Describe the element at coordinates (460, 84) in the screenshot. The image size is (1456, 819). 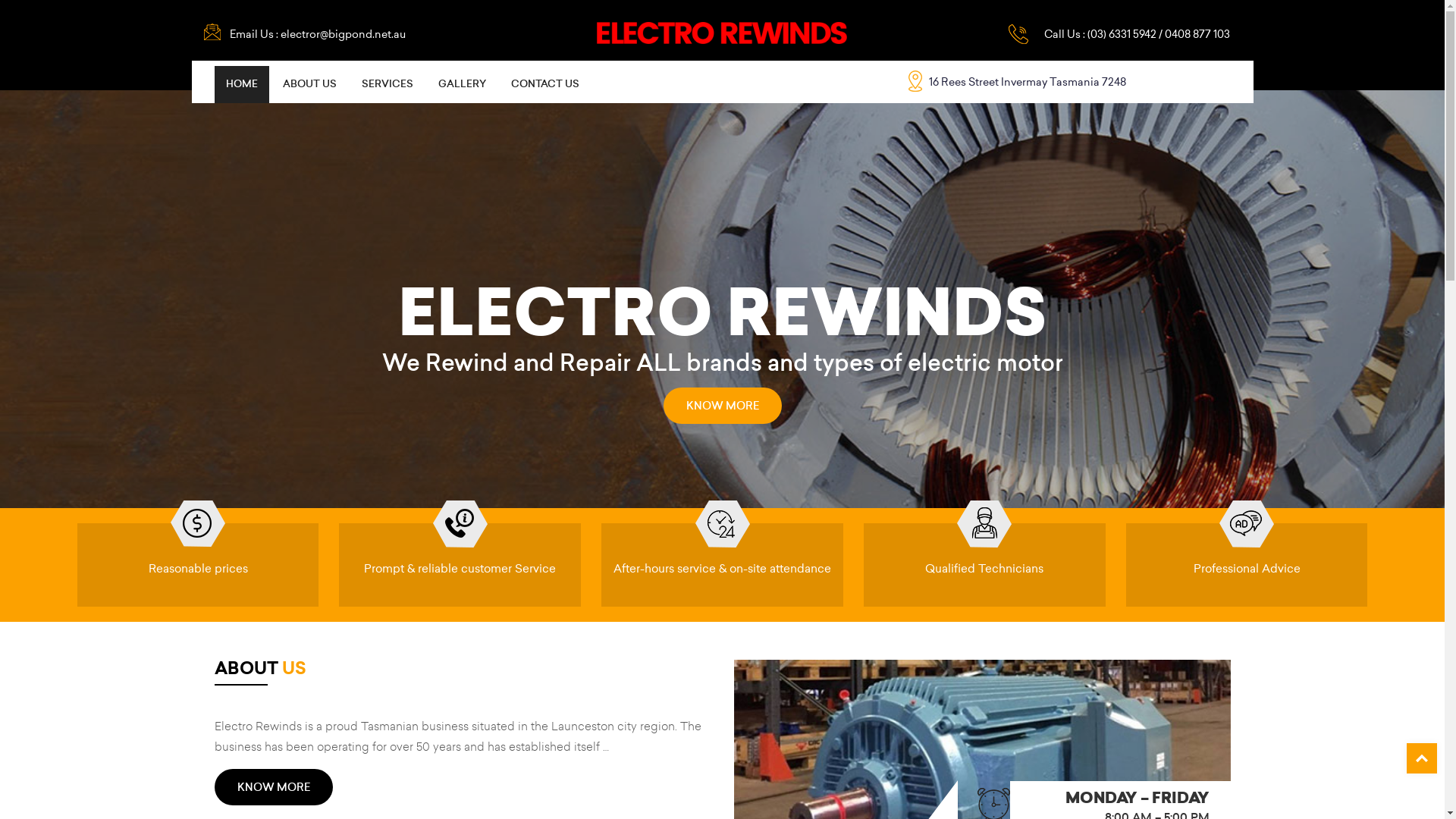
I see `'GALLERY'` at that location.